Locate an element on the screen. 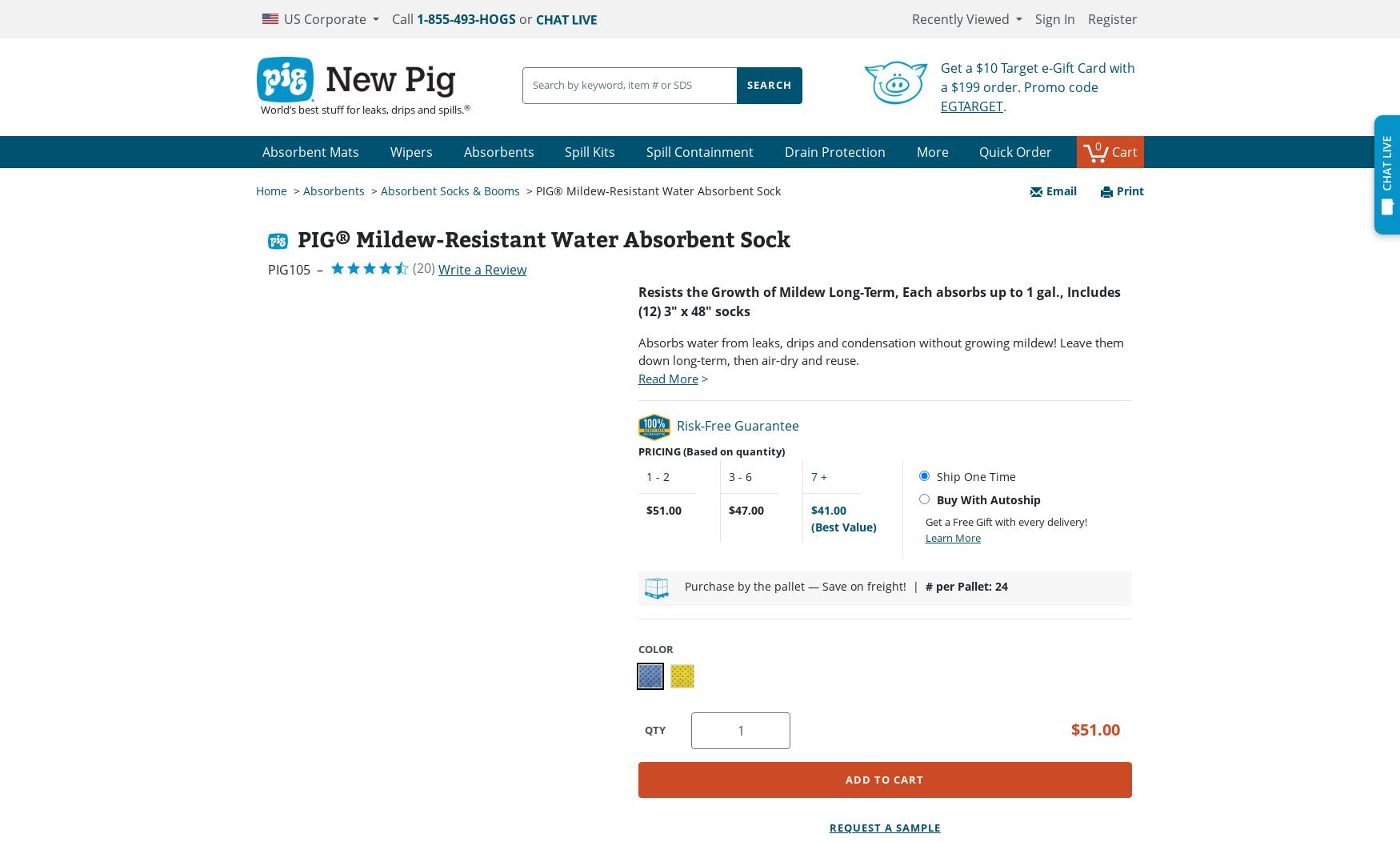 This screenshot has height=842, width=1400. 'Register' is located at coordinates (1112, 18).